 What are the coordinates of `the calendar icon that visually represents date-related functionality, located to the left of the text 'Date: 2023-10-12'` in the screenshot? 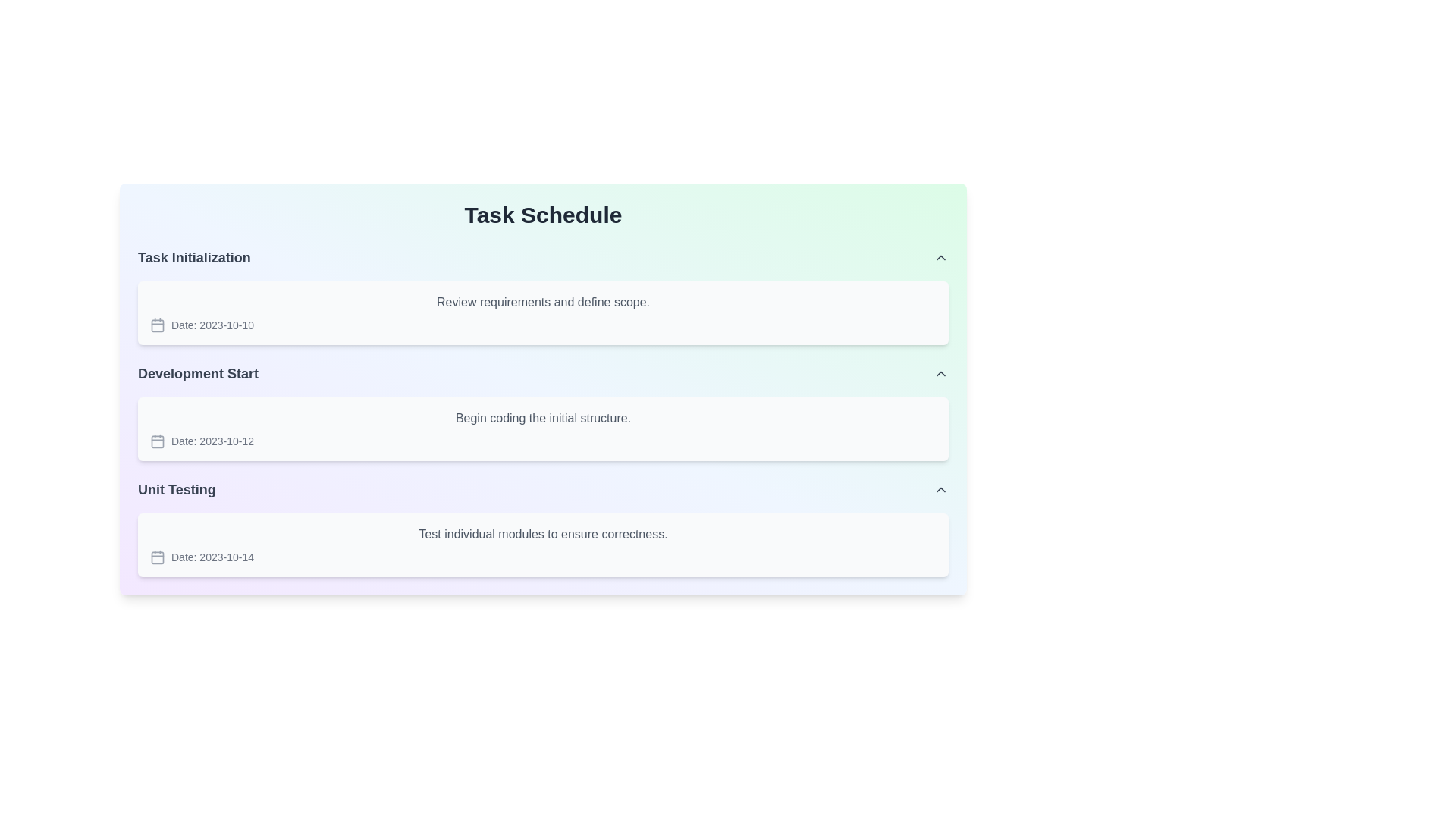 It's located at (157, 441).